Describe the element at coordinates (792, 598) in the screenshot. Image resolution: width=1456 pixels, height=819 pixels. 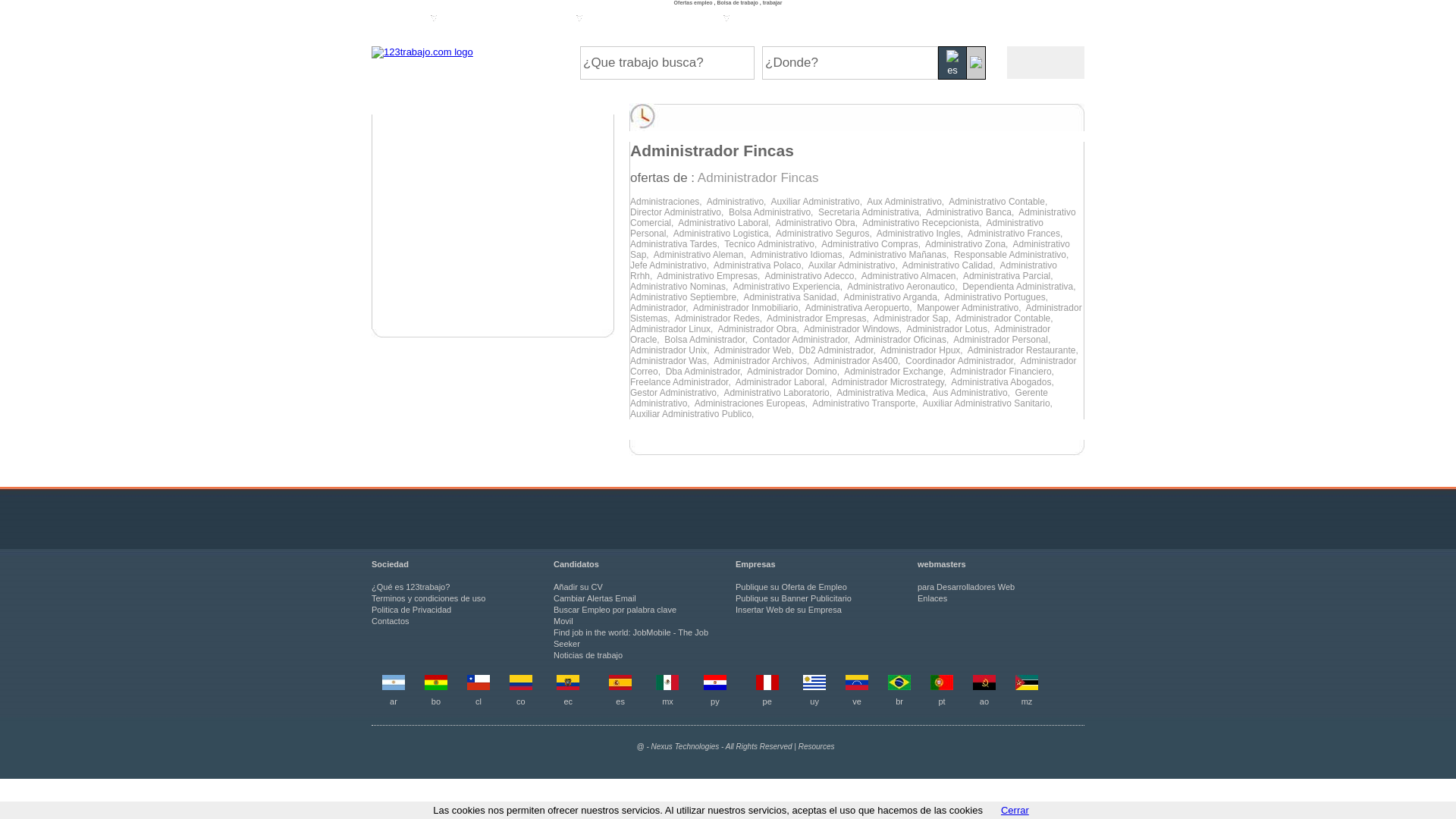
I see `'Publique su Banner Publicitario'` at that location.